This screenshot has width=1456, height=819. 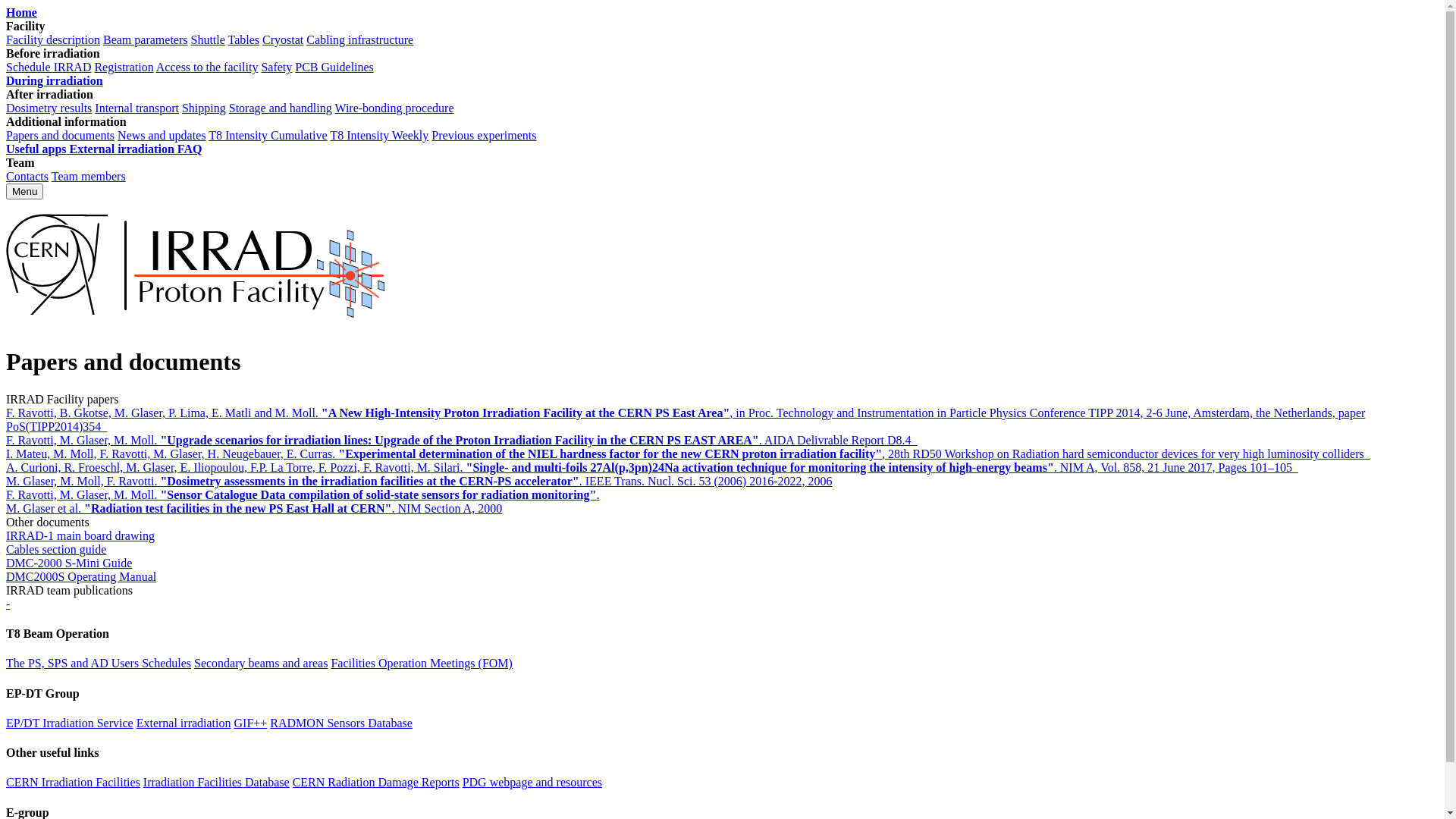 What do you see at coordinates (276, 66) in the screenshot?
I see `'Safety'` at bounding box center [276, 66].